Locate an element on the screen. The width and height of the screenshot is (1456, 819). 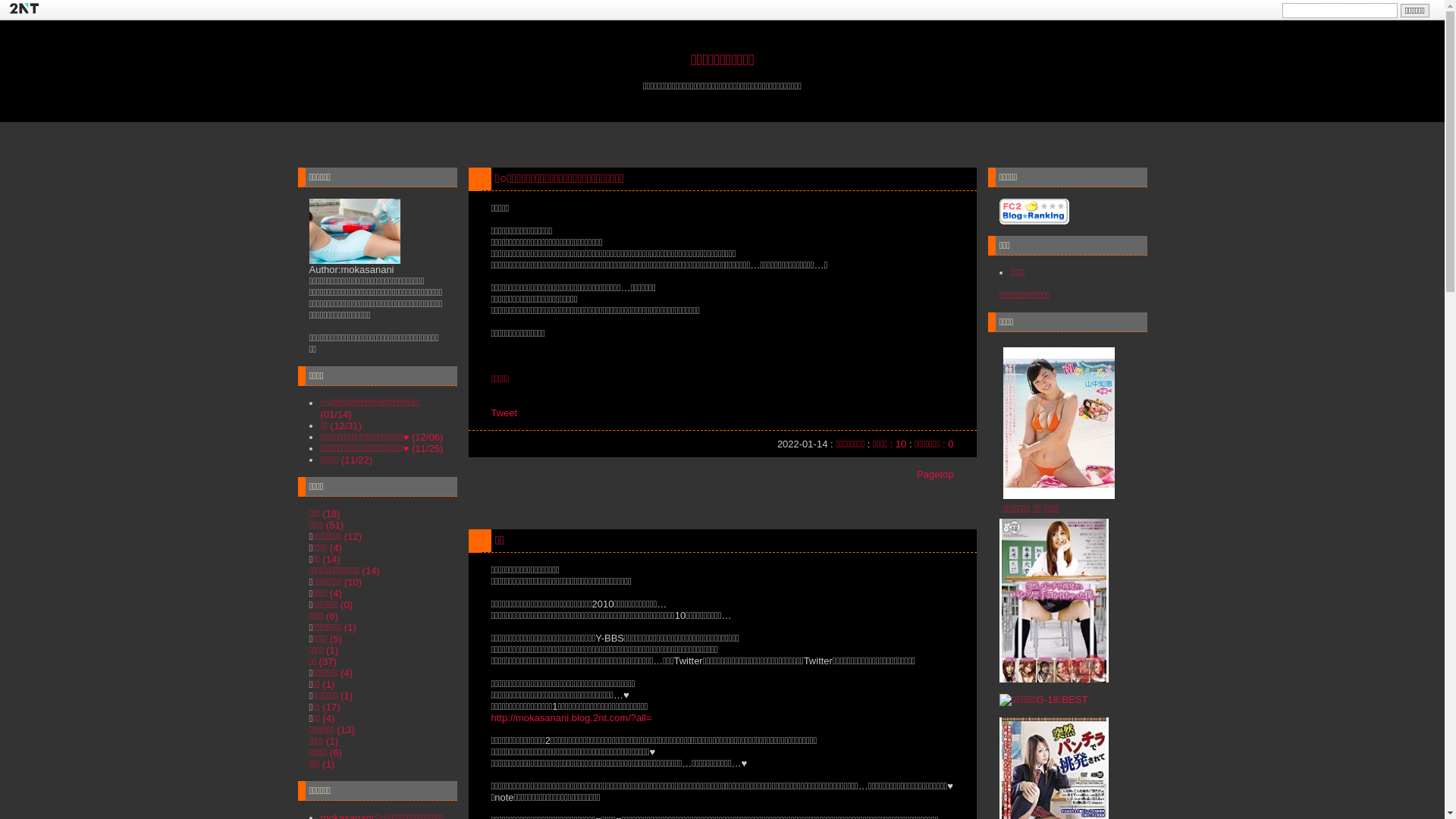
'http://mokasanani.blog.2nt.com/?all=' is located at coordinates (570, 717).